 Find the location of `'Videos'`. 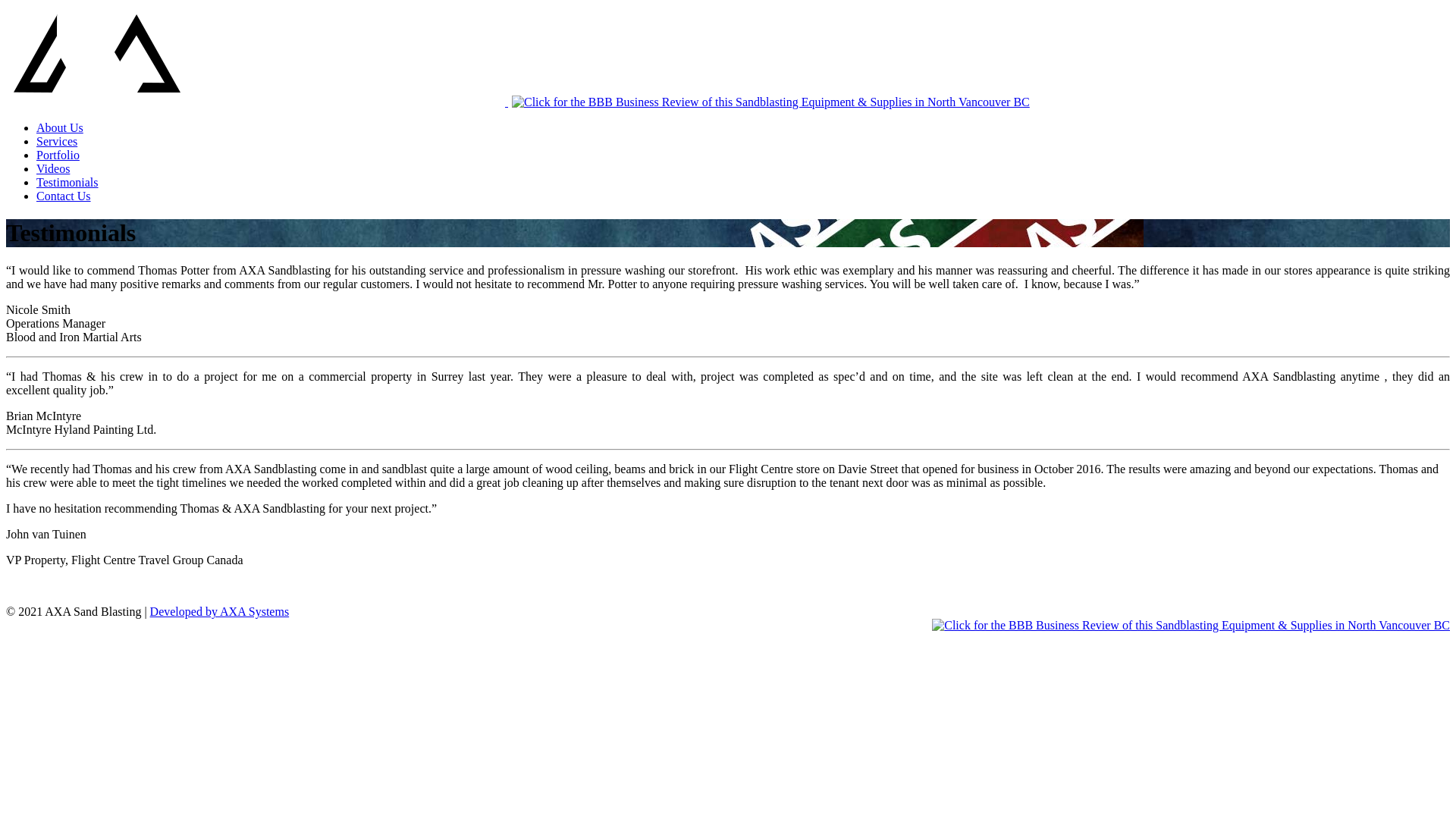

'Videos' is located at coordinates (53, 168).